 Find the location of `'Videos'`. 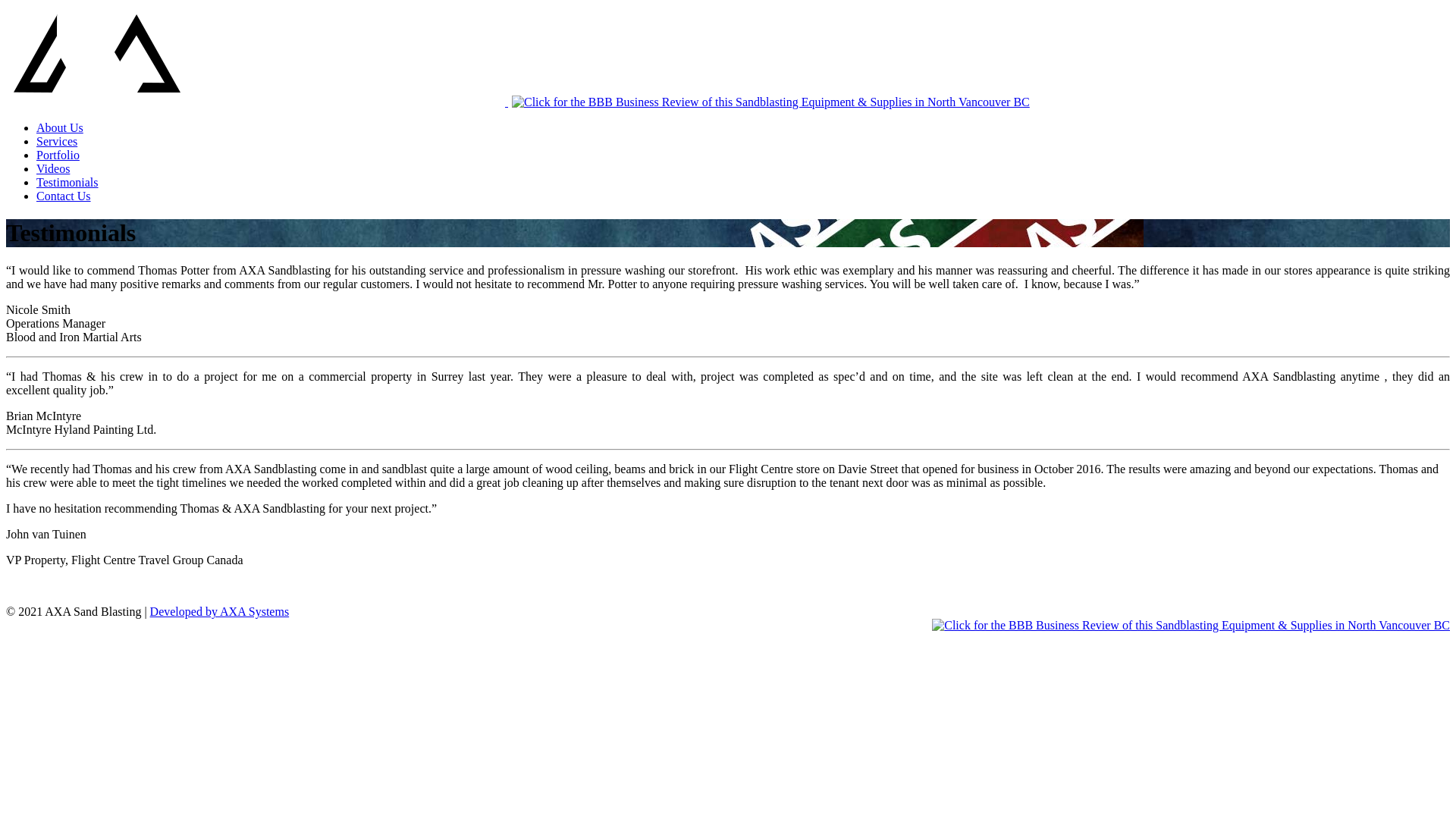

'Videos' is located at coordinates (53, 168).